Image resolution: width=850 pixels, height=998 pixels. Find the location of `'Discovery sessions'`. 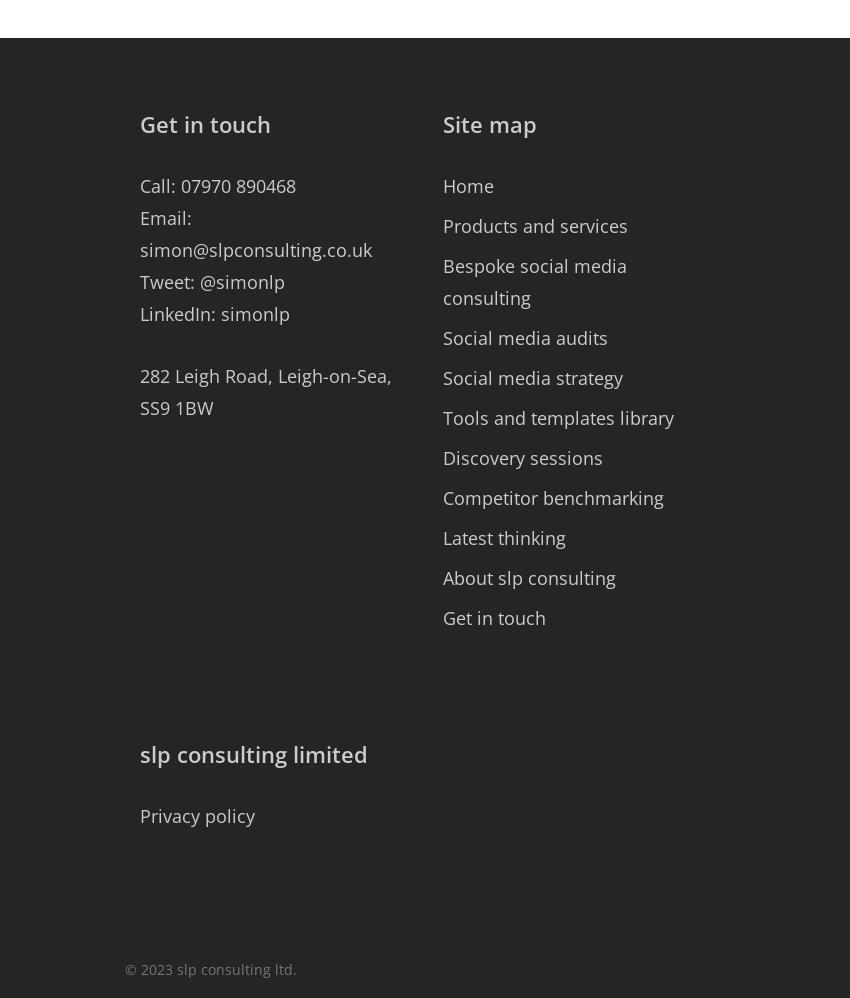

'Discovery sessions' is located at coordinates (522, 456).